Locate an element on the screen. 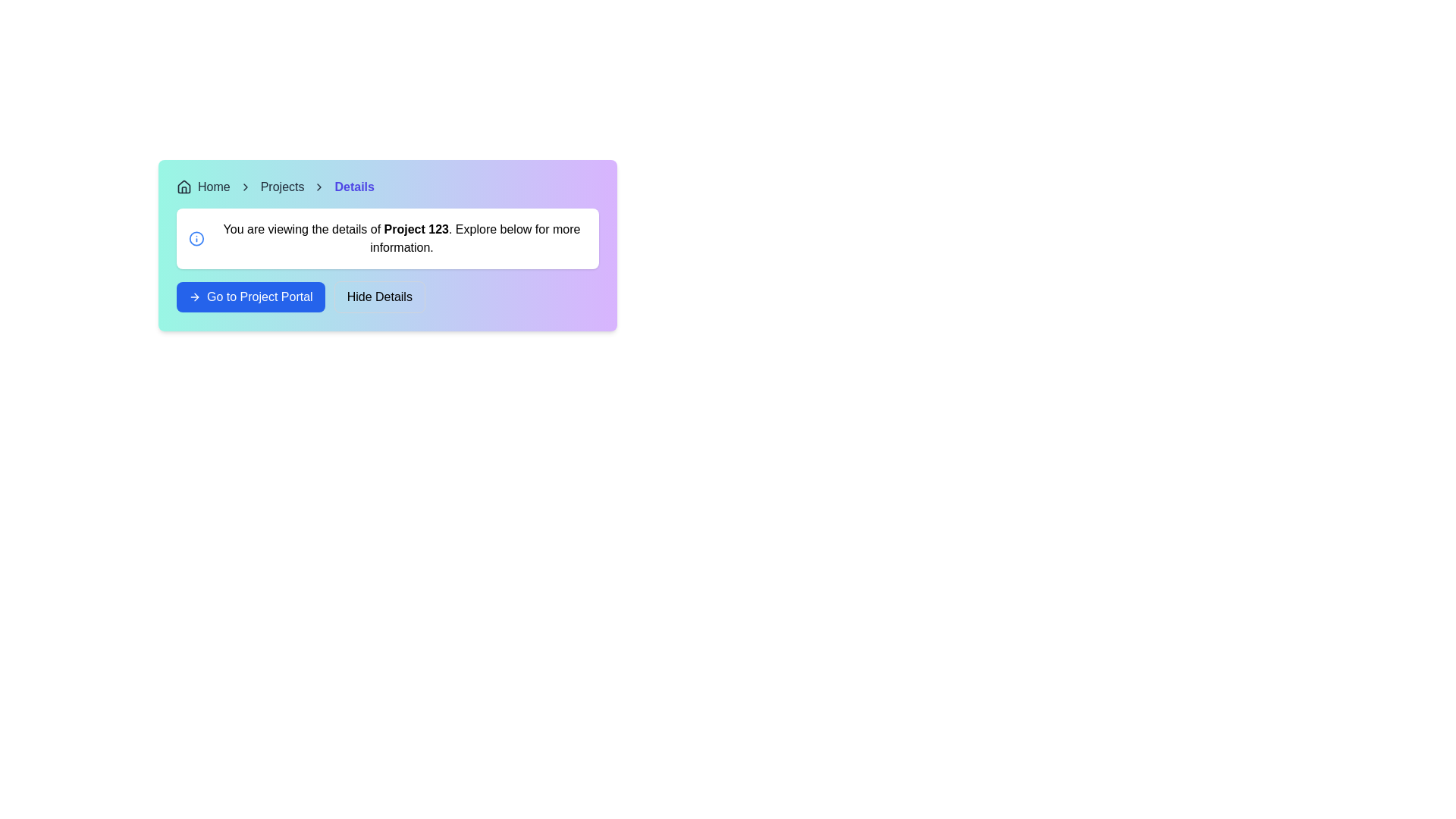 The height and width of the screenshot is (819, 1456). the icon located to the far left within a rectangular white box with rounded corners and a shadow effect, which contains the text 'You are viewing the details of Project 123.' is located at coordinates (196, 239).